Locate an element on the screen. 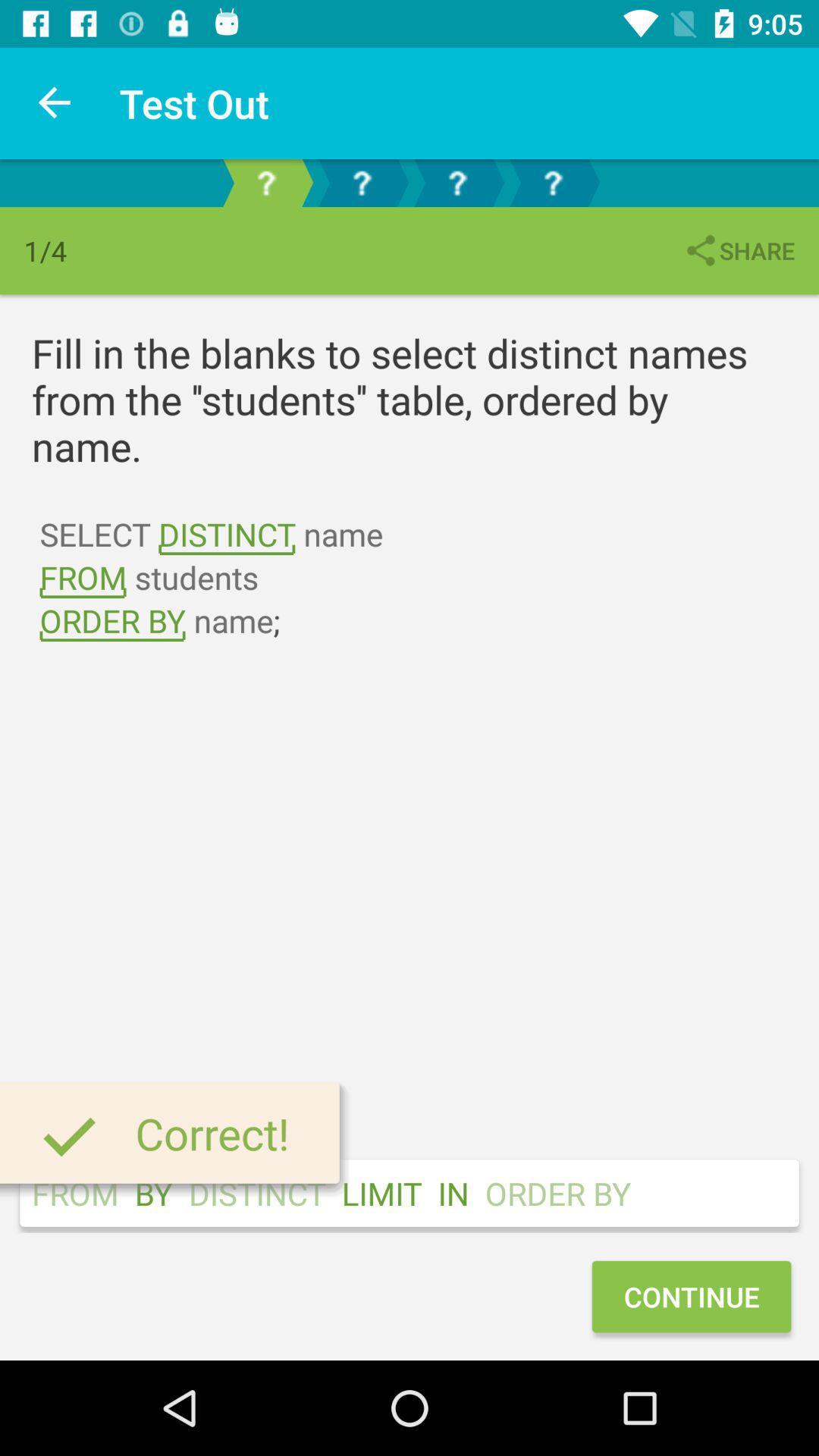 This screenshot has height=1456, width=819. questions is located at coordinates (553, 182).